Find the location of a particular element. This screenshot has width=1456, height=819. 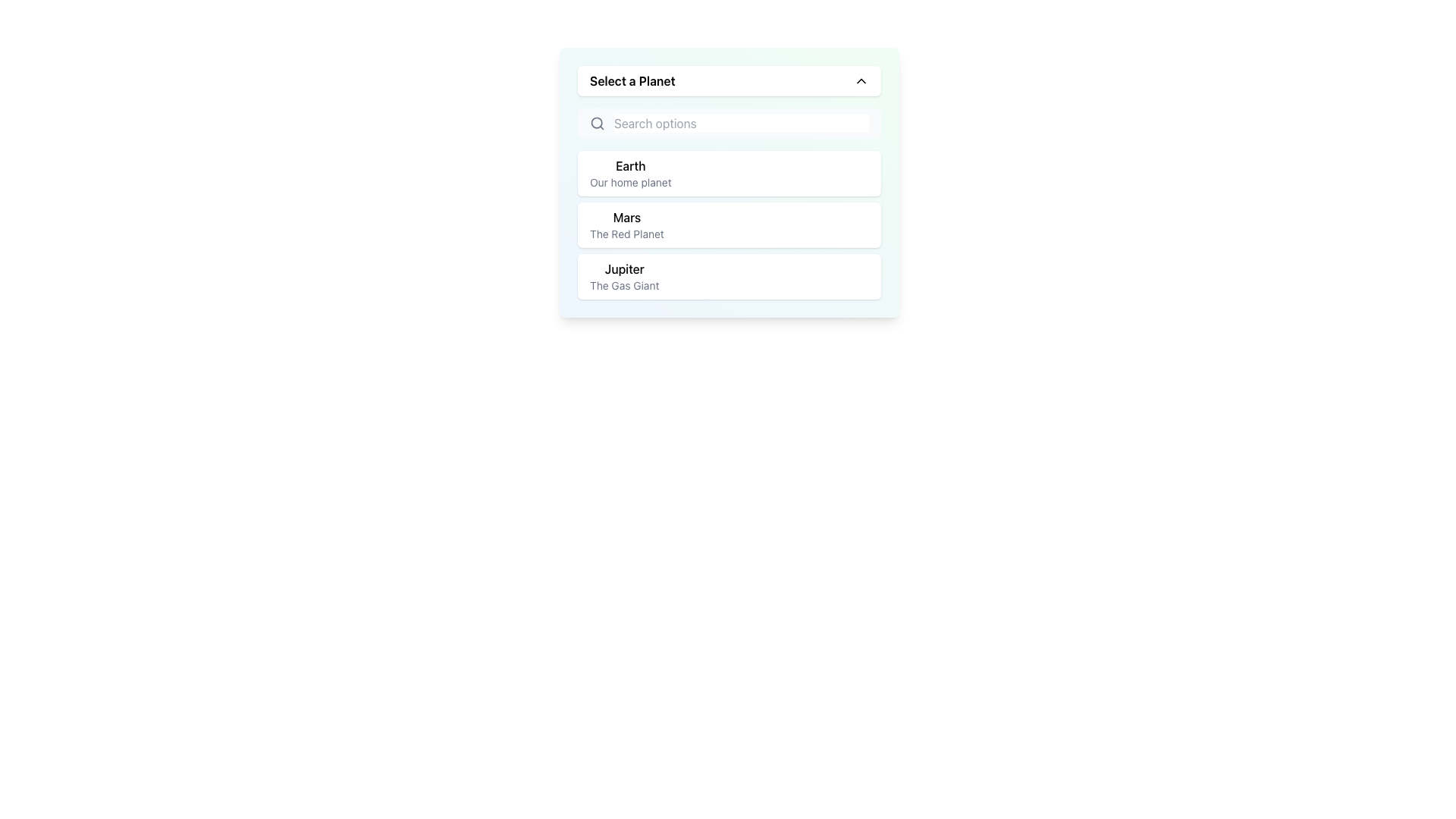

the Text Block that allows users is located at coordinates (624, 277).